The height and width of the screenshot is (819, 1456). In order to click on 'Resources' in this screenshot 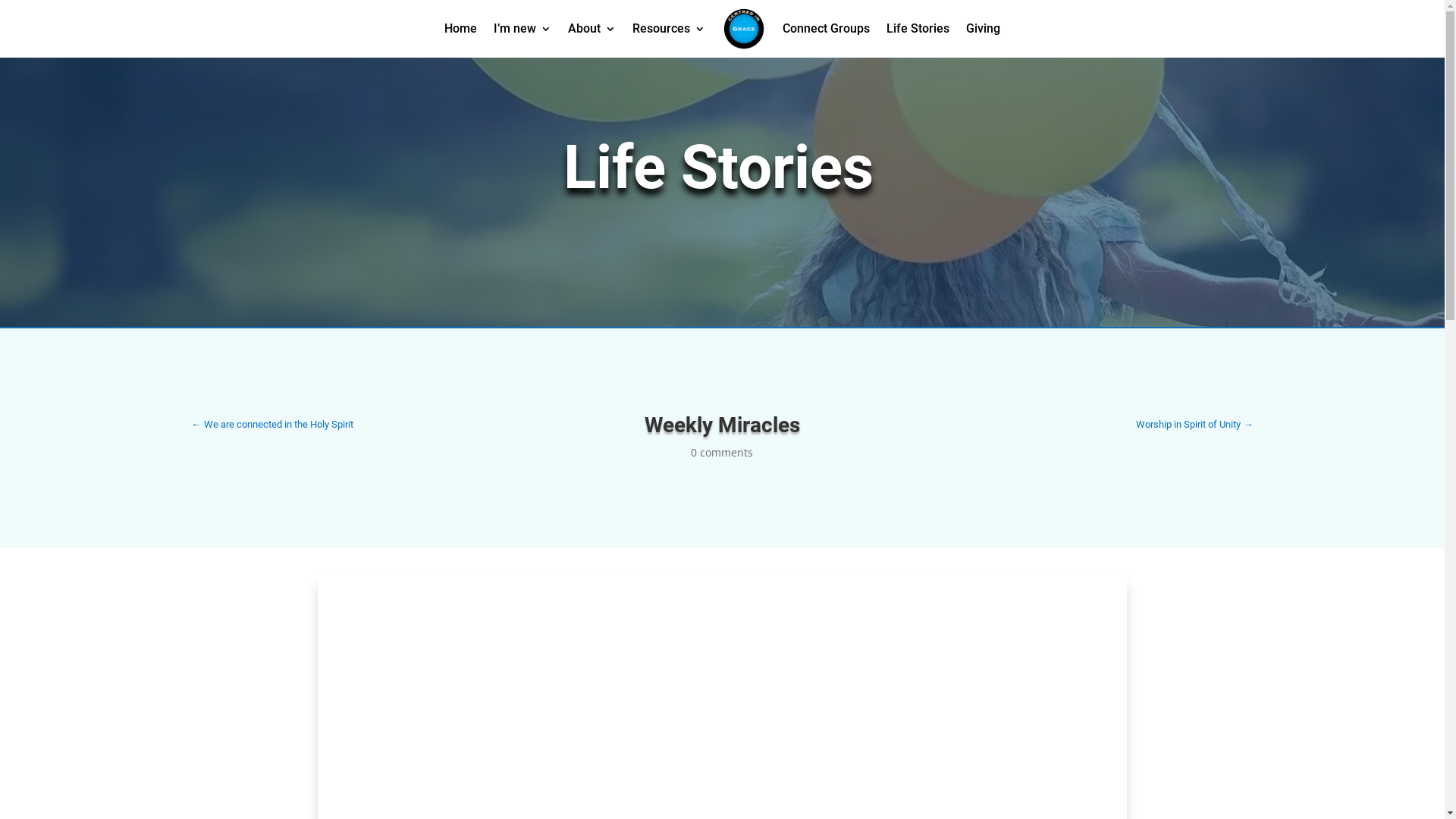, I will do `click(668, 29)`.